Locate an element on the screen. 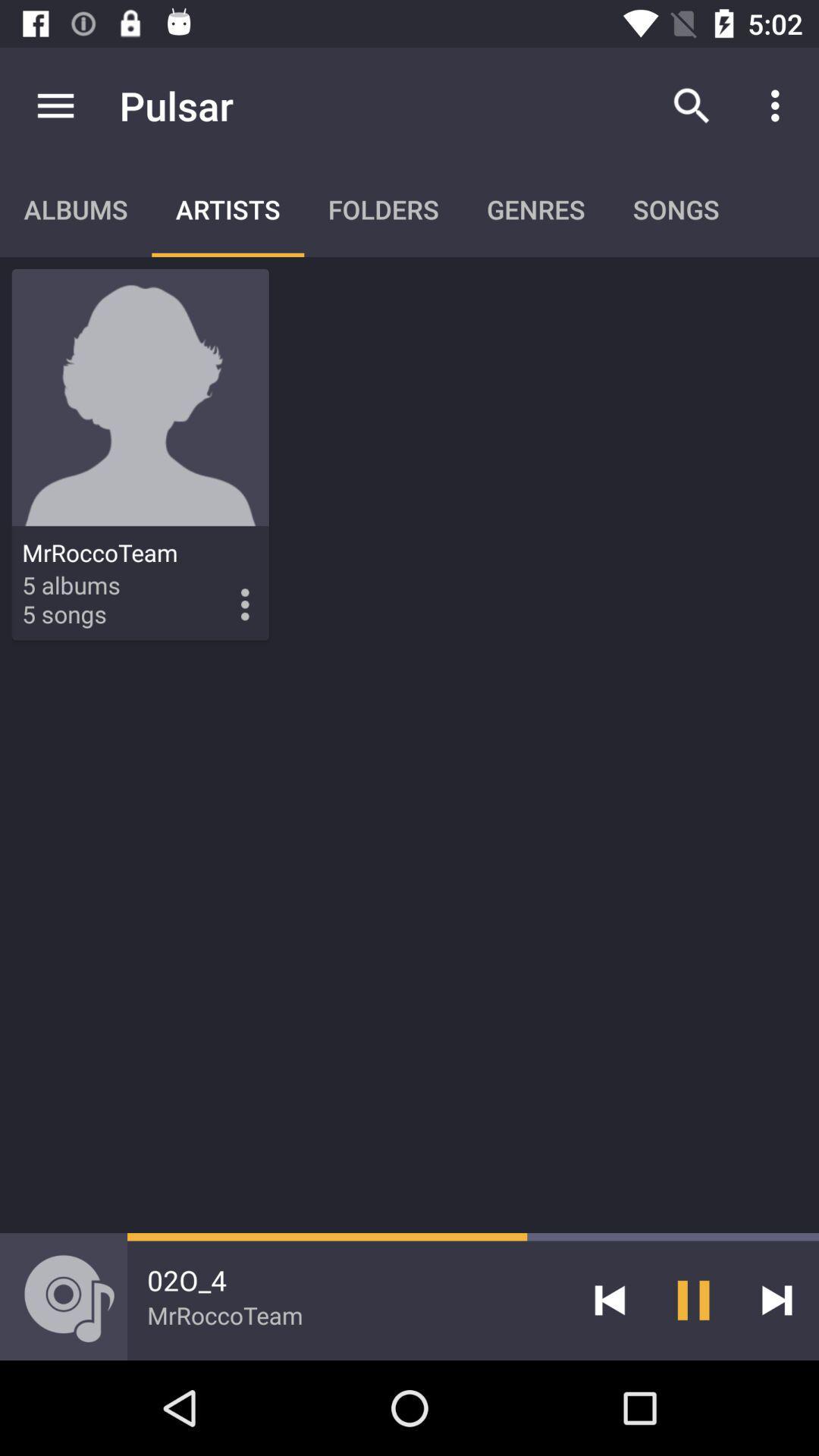  the icon next to pulsar is located at coordinates (55, 105).